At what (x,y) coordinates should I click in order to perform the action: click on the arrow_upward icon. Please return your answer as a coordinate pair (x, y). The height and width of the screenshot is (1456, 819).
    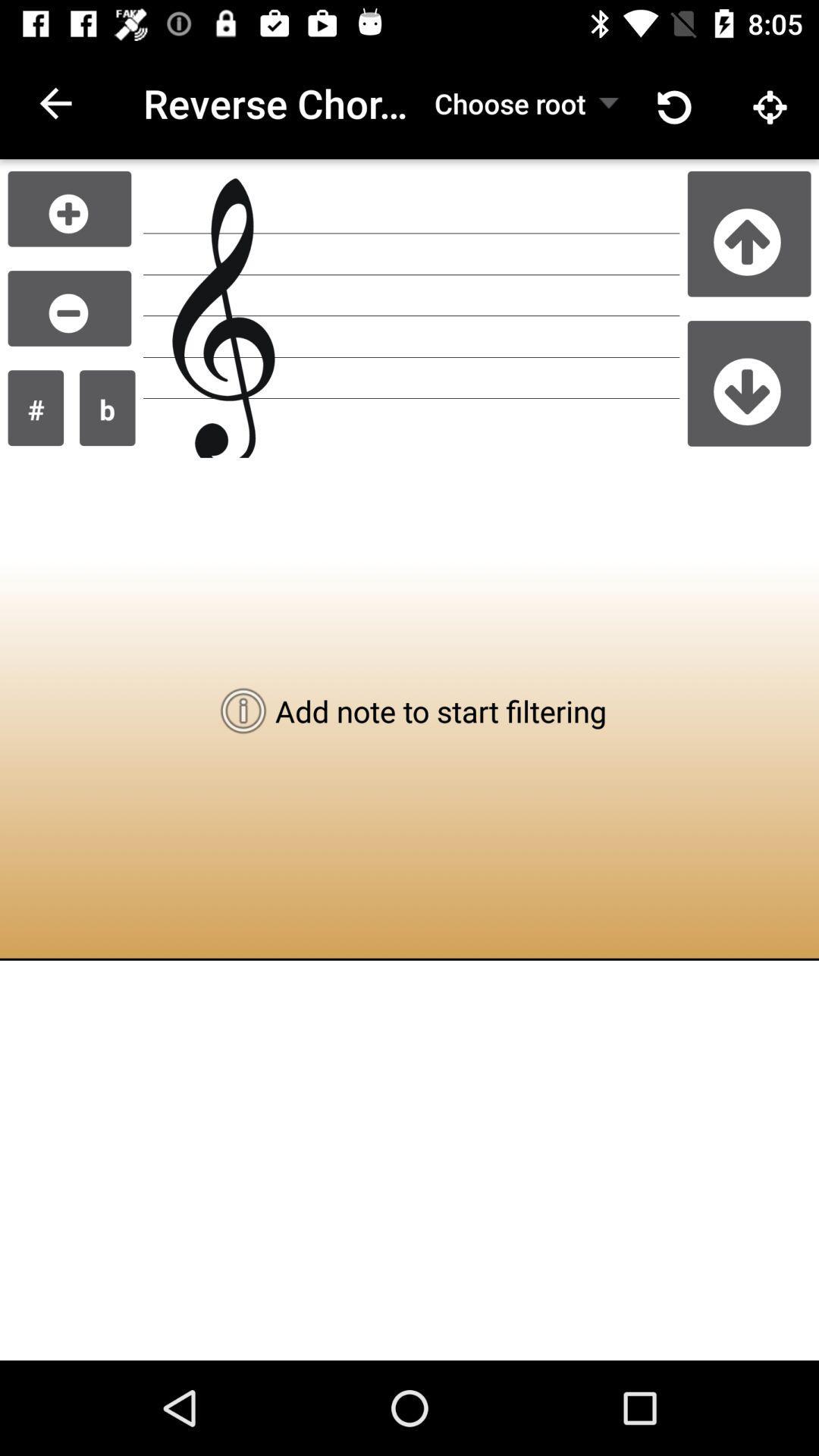
    Looking at the image, I should click on (748, 233).